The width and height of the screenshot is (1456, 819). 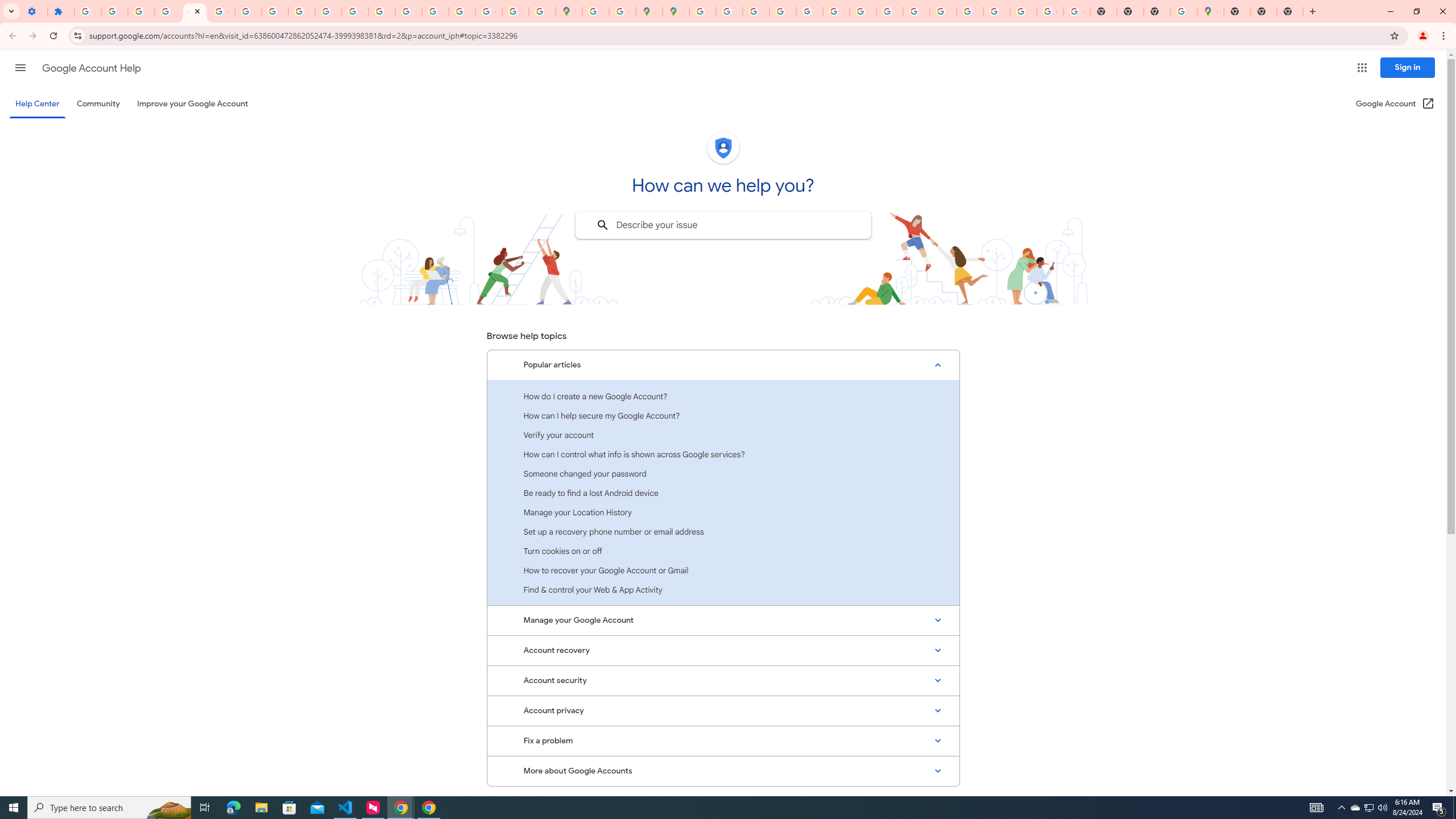 What do you see at coordinates (723, 650) in the screenshot?
I see `'Account recovery'` at bounding box center [723, 650].